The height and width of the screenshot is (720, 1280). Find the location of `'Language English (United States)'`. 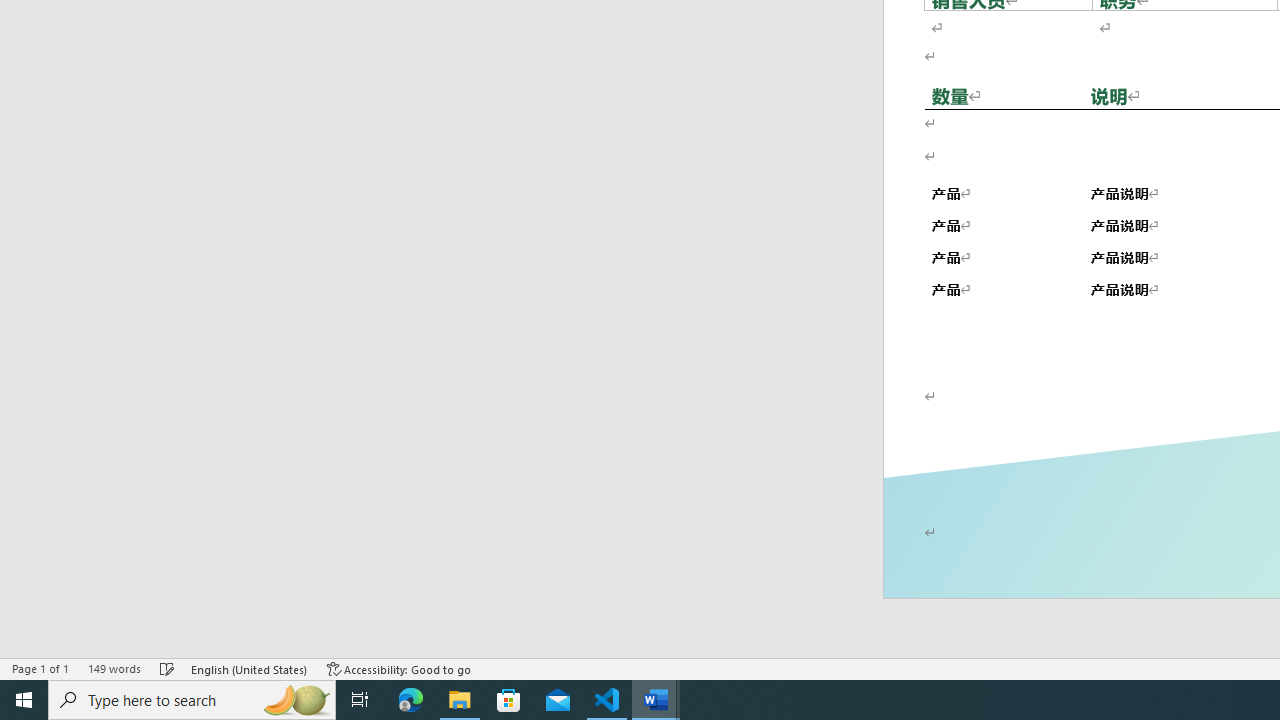

'Language English (United States)' is located at coordinates (249, 669).